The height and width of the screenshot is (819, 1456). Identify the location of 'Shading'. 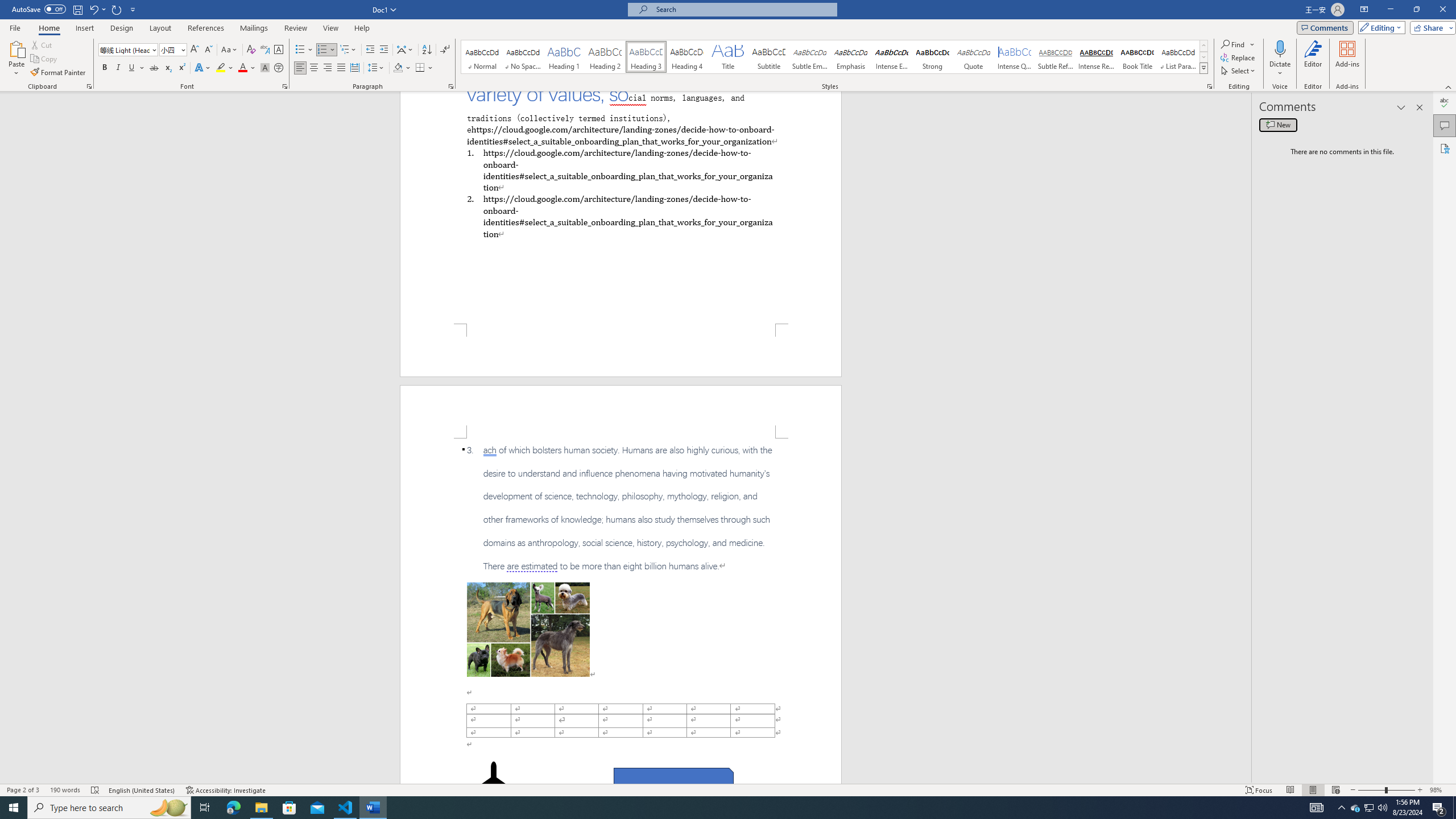
(402, 67).